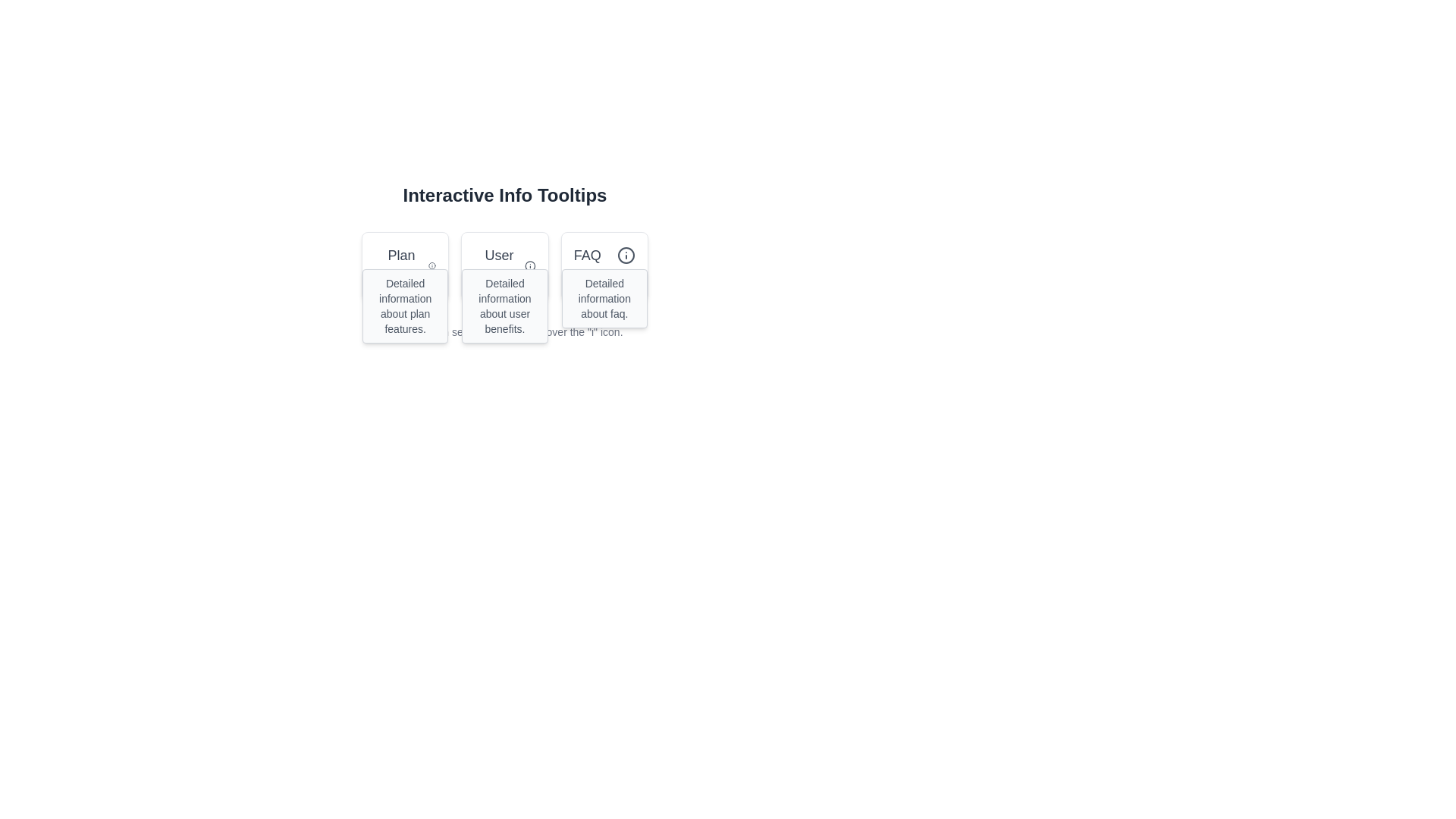 Image resolution: width=1456 pixels, height=819 pixels. What do you see at coordinates (401, 265) in the screenshot?
I see `text displayed in the 'Plan Features' text label, which is centrally located in the first card of a horizontal arrangement of three cards` at bounding box center [401, 265].